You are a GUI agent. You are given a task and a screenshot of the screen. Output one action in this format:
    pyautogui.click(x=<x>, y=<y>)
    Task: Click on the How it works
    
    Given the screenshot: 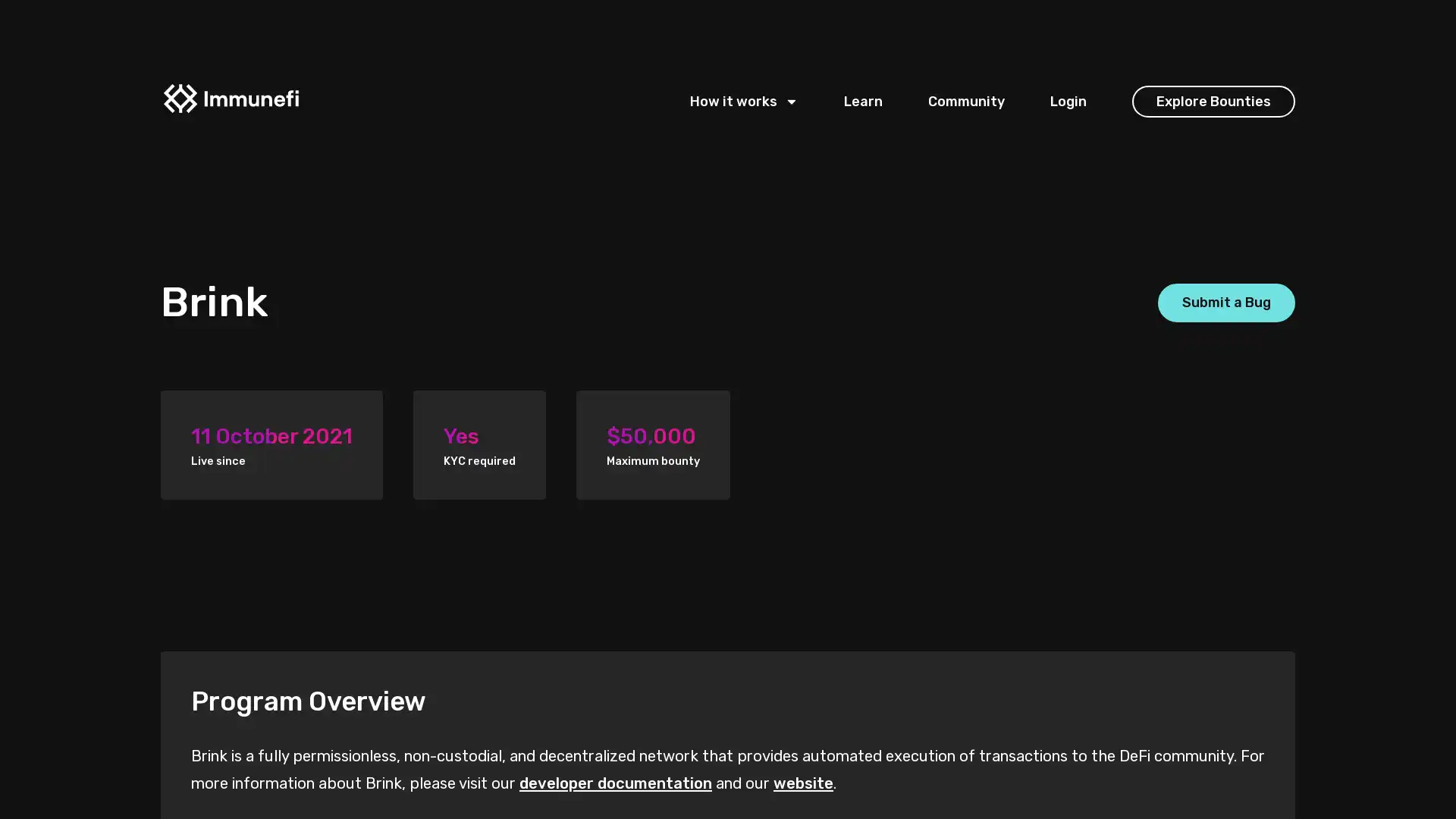 What is the action you would take?
    pyautogui.click(x=744, y=101)
    